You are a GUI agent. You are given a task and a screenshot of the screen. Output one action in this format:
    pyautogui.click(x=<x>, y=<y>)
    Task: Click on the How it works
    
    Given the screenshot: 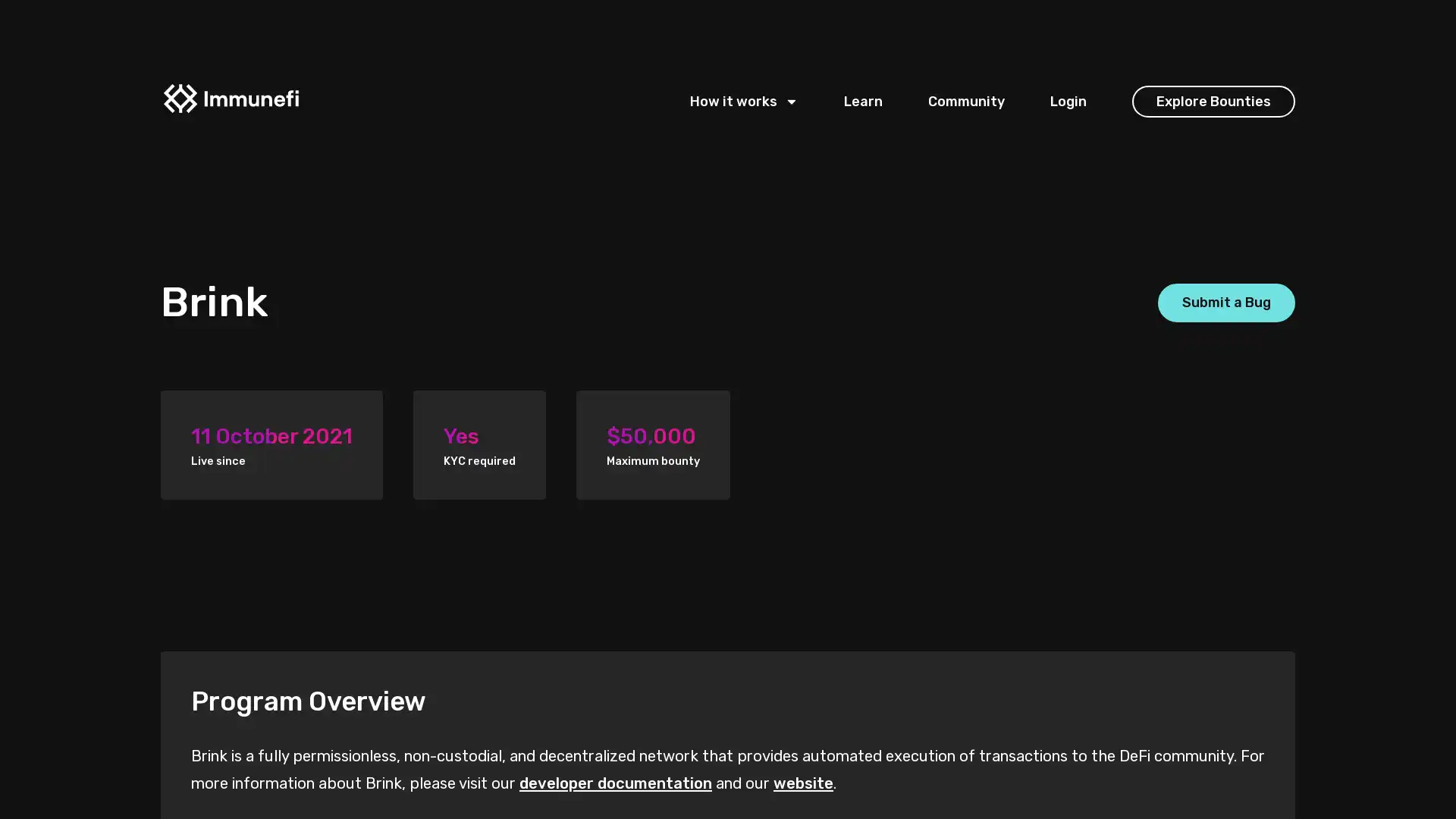 What is the action you would take?
    pyautogui.click(x=744, y=101)
    